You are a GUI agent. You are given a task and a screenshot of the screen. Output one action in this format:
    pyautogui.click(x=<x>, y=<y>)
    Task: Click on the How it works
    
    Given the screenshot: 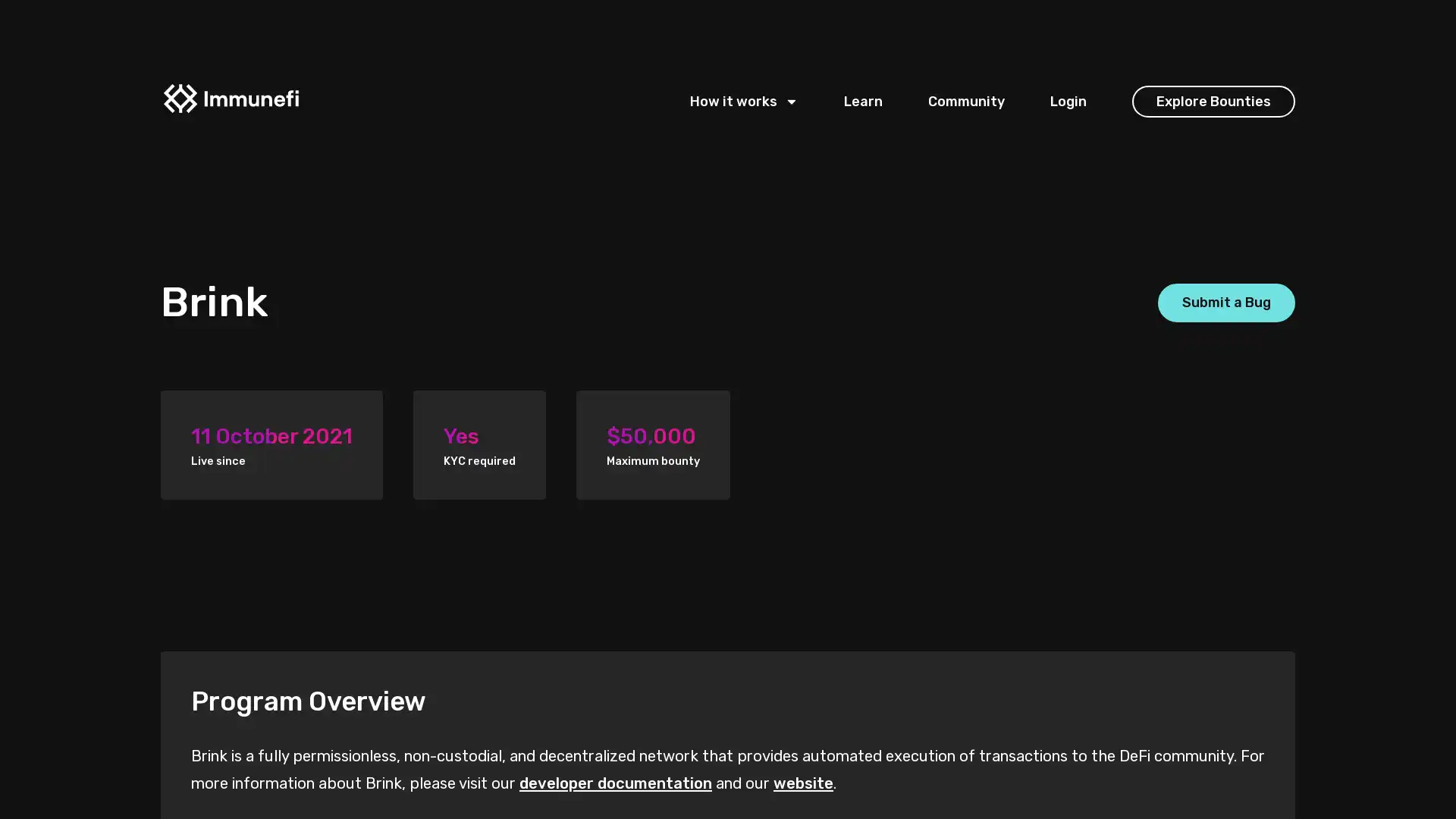 What is the action you would take?
    pyautogui.click(x=744, y=101)
    